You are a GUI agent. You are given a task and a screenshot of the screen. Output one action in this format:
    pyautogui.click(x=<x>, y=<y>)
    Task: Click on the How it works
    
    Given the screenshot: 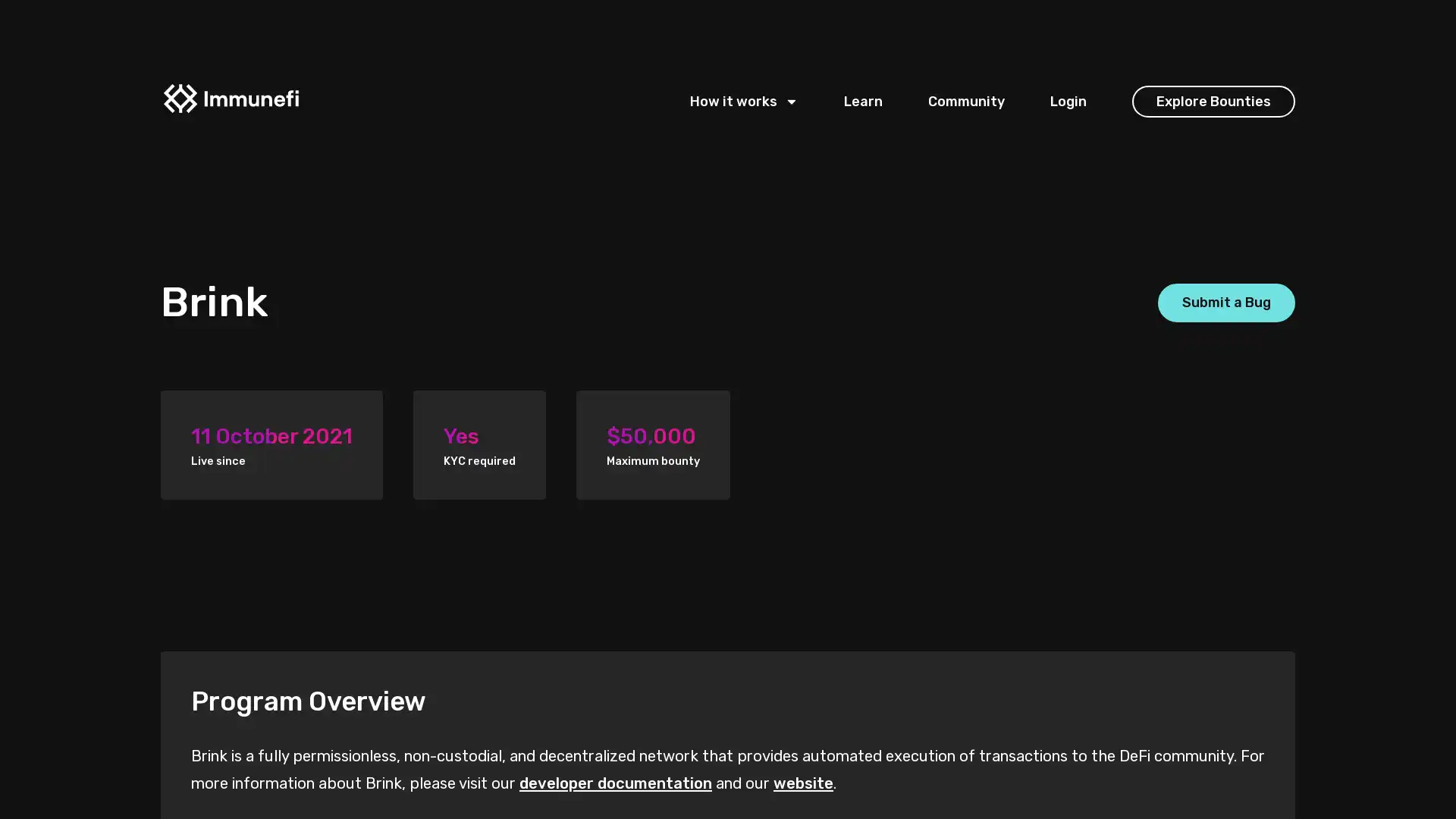 What is the action you would take?
    pyautogui.click(x=744, y=101)
    